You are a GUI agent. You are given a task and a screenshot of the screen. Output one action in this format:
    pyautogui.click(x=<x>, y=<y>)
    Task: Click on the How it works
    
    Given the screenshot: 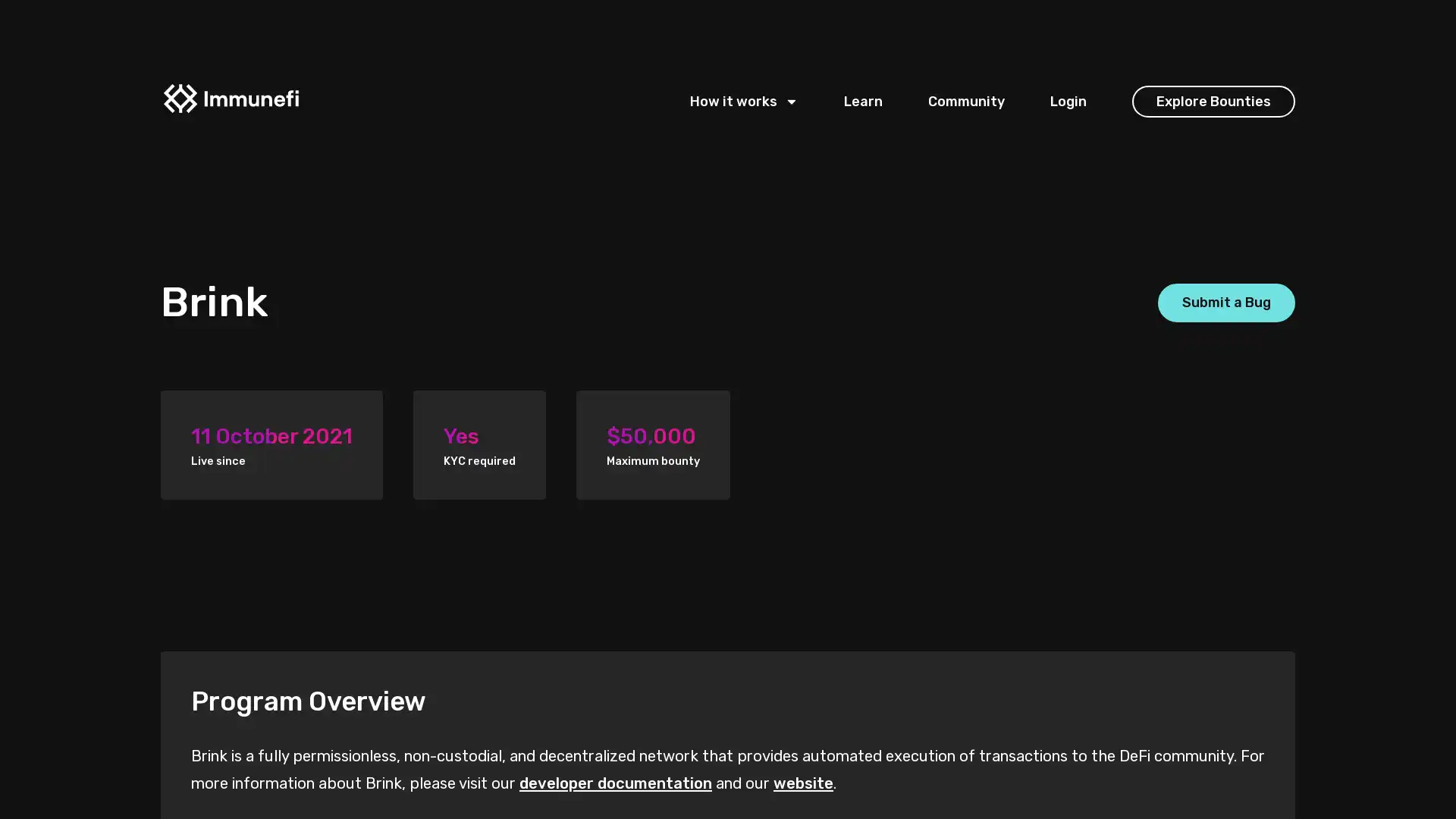 What is the action you would take?
    pyautogui.click(x=744, y=101)
    